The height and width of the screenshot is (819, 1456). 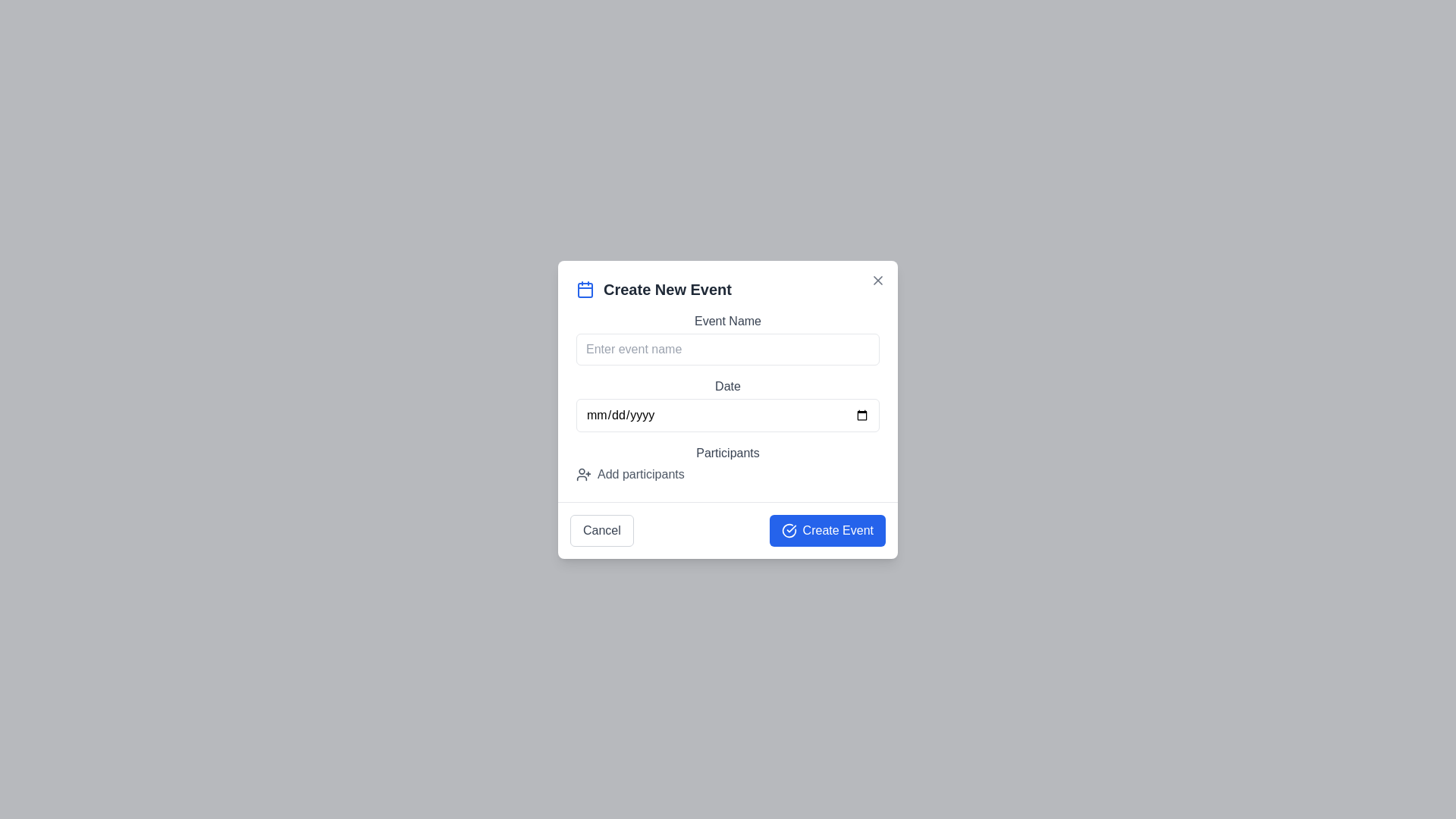 What do you see at coordinates (667, 289) in the screenshot?
I see `the header text 'Create New Event' which is prominently displayed in a bold, large font with dark gray color, located at the upper part of a centered modal dialog` at bounding box center [667, 289].